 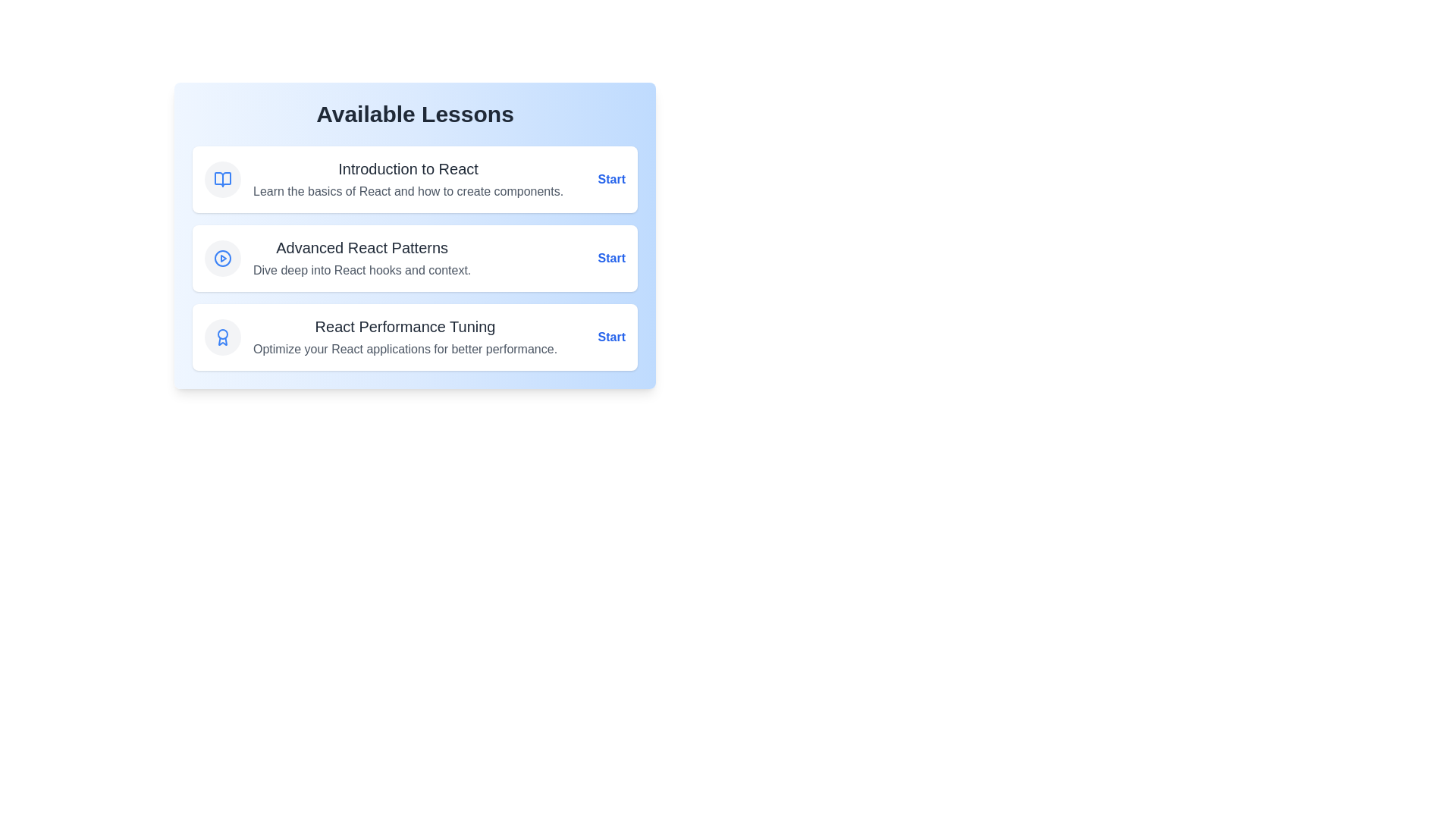 What do you see at coordinates (611, 178) in the screenshot?
I see `the 'Start' link for the lesson titled Introduction to React` at bounding box center [611, 178].